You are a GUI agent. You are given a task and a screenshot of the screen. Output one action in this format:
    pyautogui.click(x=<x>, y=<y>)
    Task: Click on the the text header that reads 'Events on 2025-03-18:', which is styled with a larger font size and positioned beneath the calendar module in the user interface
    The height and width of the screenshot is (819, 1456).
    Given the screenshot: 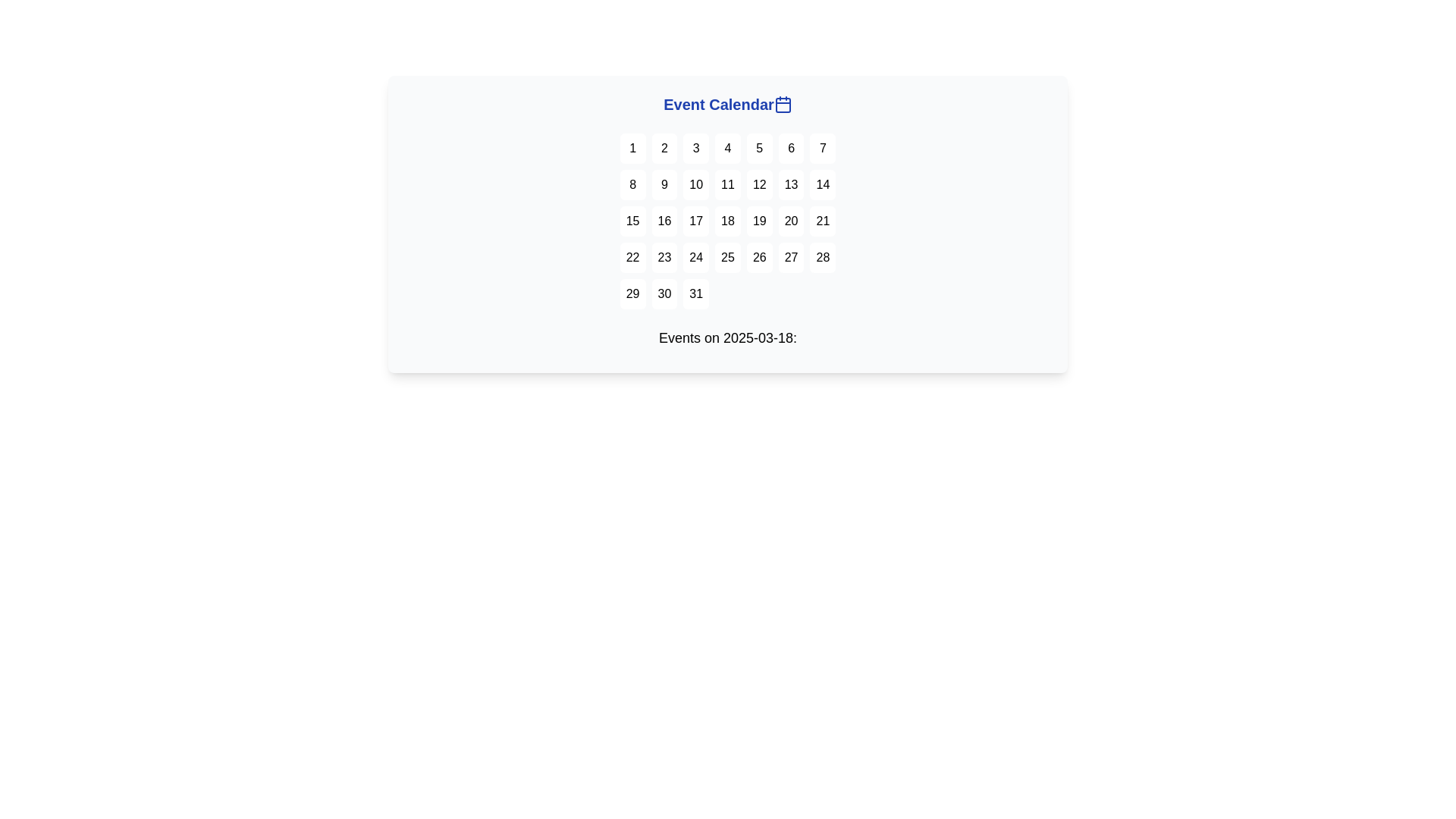 What is the action you would take?
    pyautogui.click(x=728, y=337)
    